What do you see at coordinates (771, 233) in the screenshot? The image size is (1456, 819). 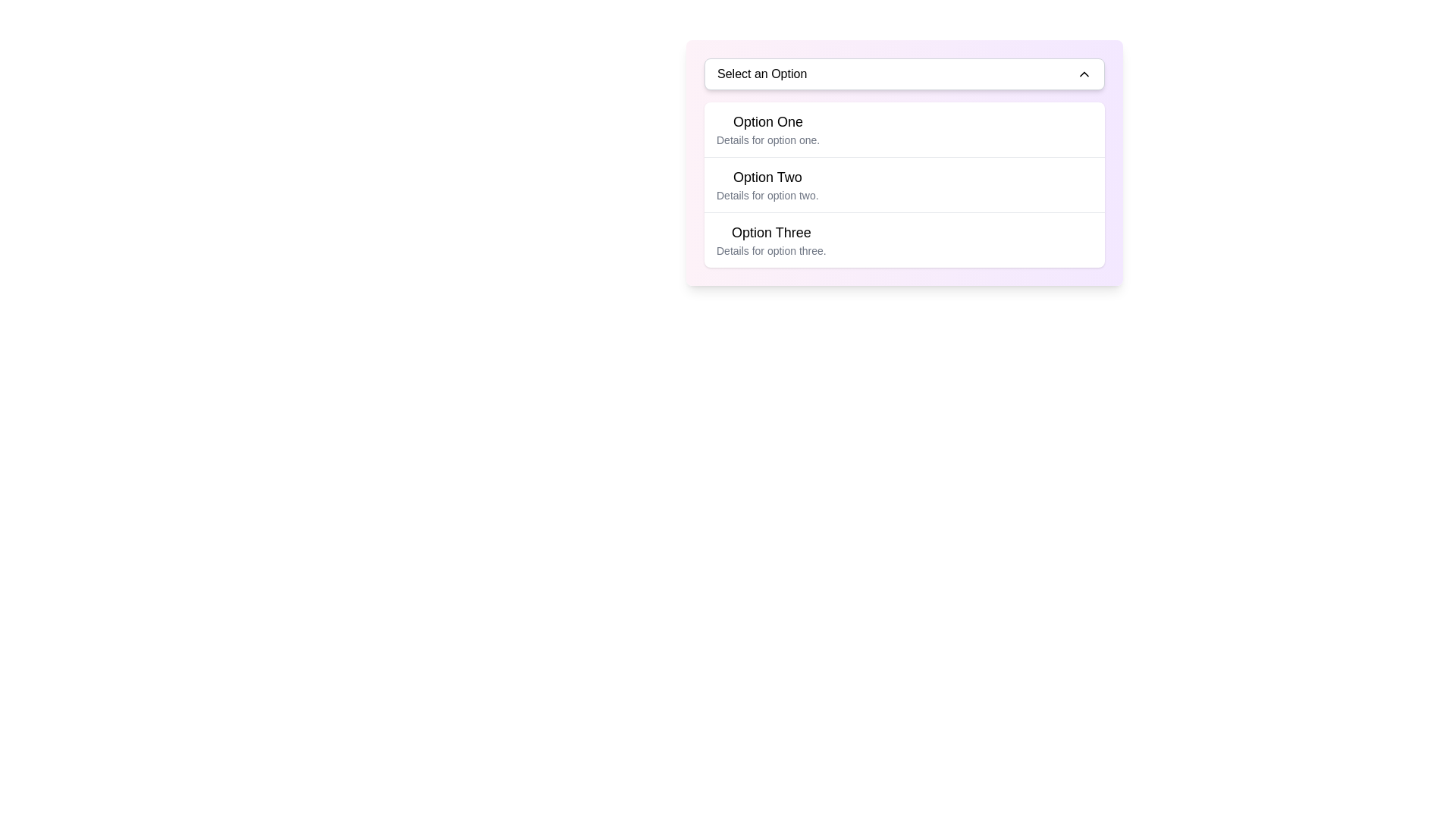 I see `the text label that serves as the title for the third selectable option in the list, which is positioned below 'Option Two' and above no other options` at bounding box center [771, 233].